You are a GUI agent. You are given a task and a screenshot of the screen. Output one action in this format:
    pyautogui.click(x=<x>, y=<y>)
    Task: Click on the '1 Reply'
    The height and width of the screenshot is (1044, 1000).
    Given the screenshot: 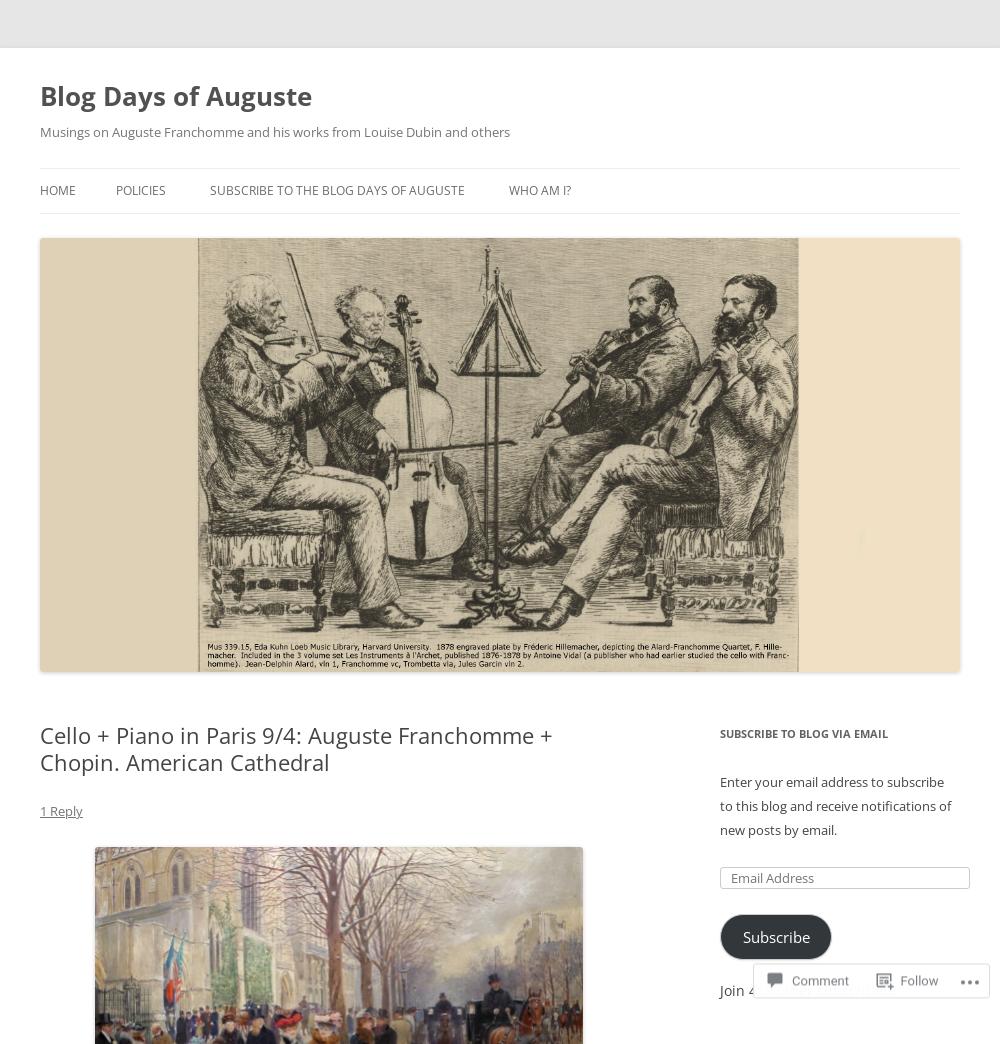 What is the action you would take?
    pyautogui.click(x=61, y=809)
    